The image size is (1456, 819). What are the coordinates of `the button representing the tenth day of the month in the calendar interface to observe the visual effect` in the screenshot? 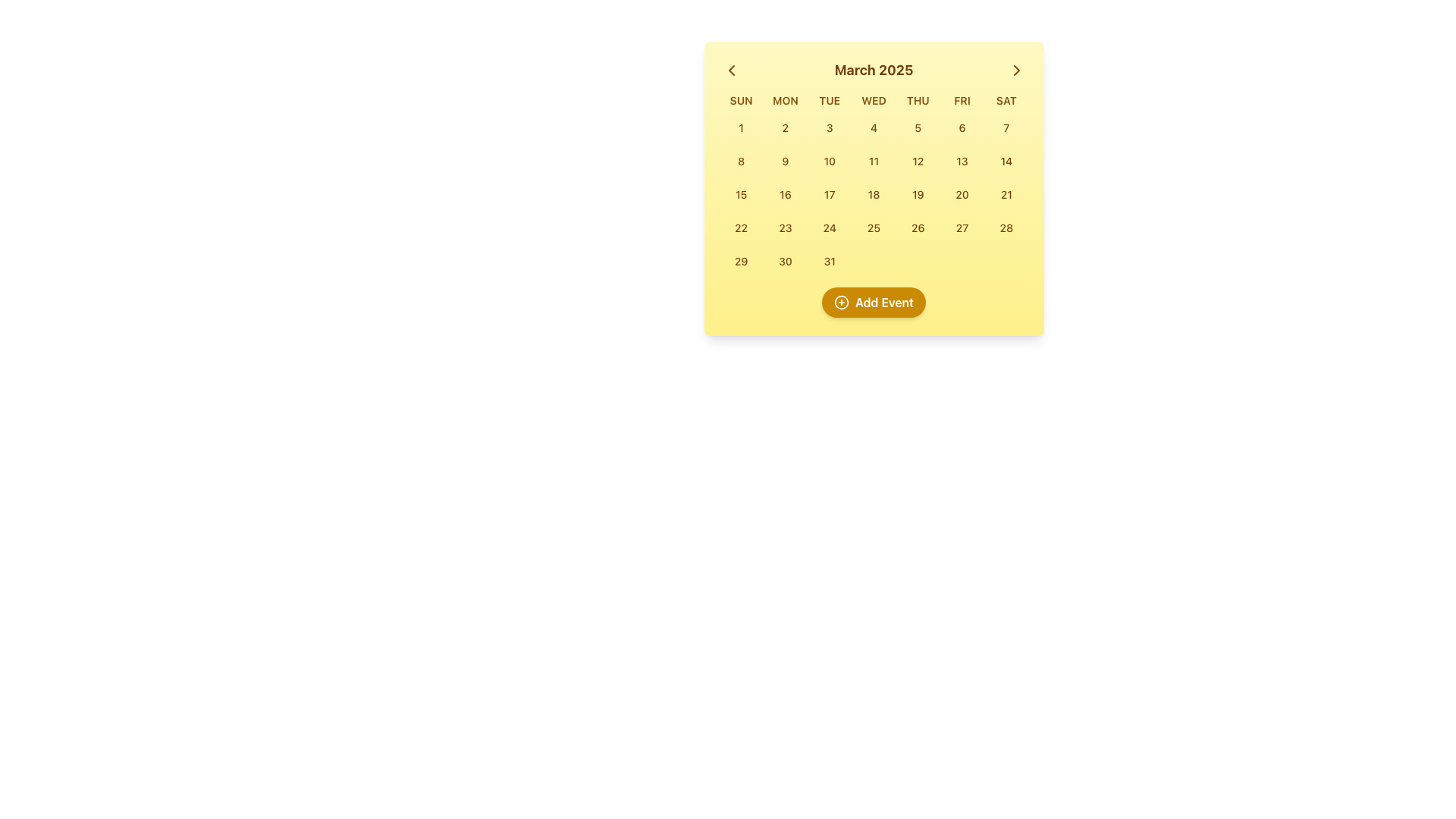 It's located at (829, 161).